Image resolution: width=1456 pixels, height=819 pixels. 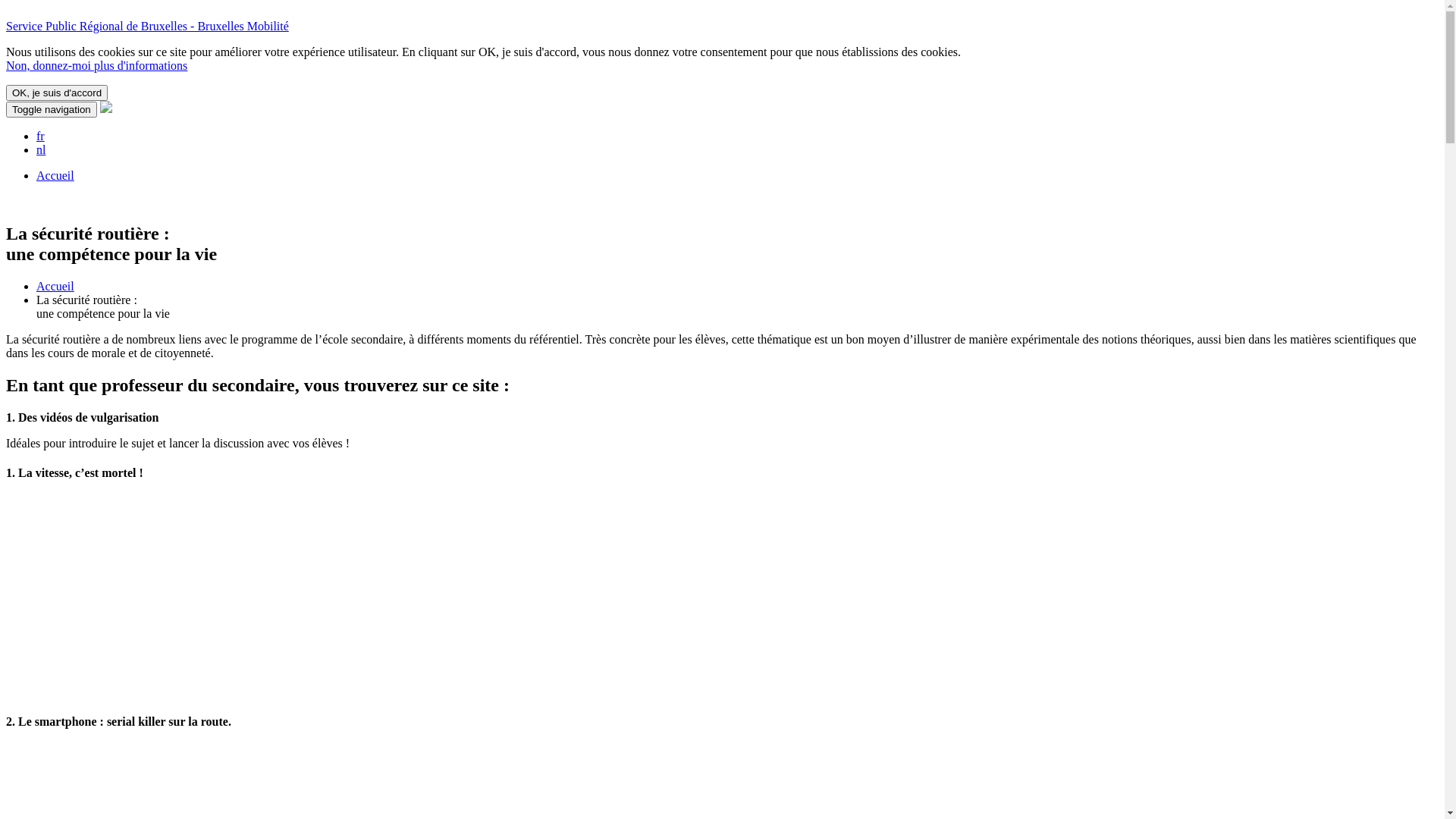 I want to click on 'nl', so click(x=40, y=149).